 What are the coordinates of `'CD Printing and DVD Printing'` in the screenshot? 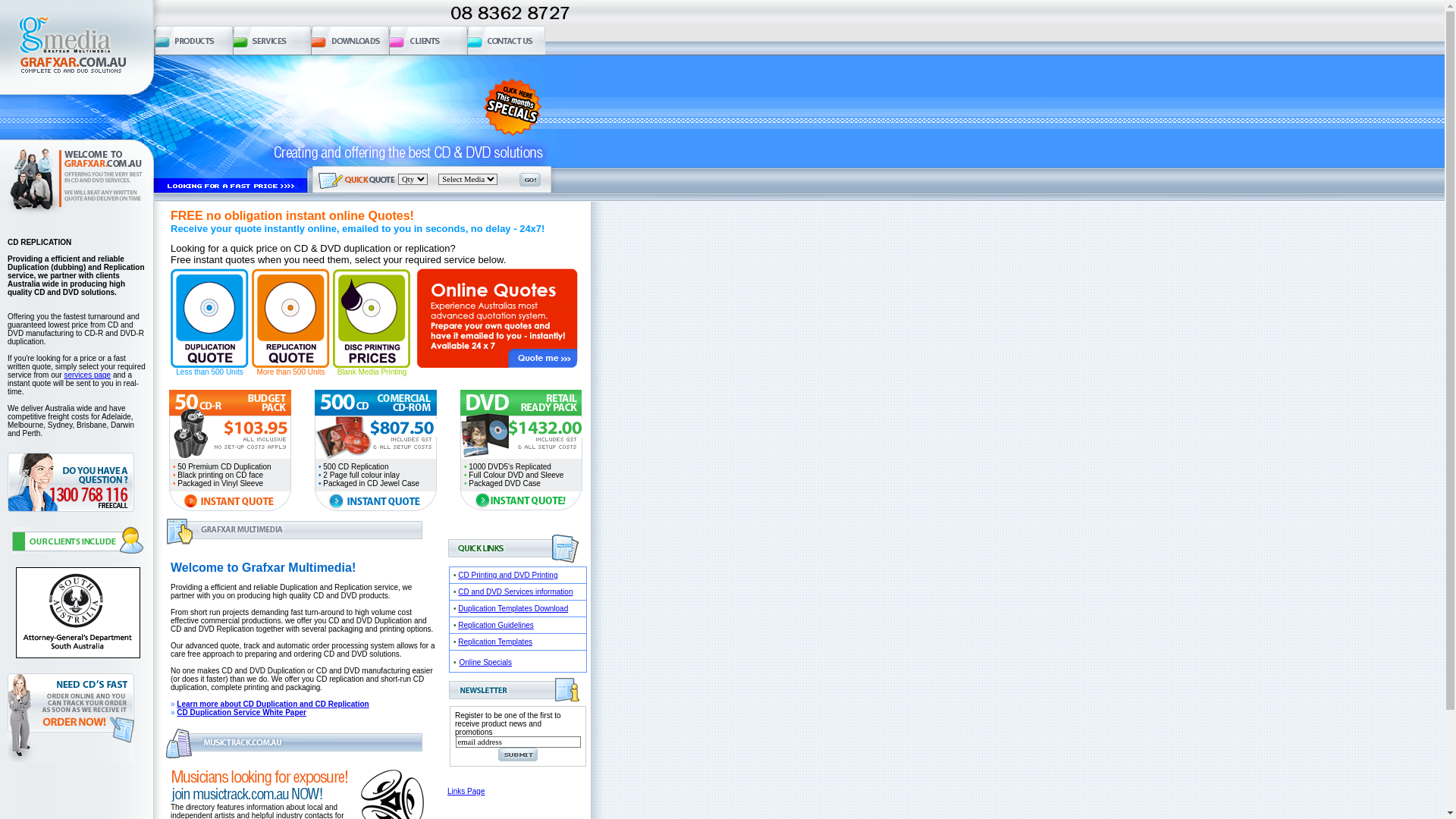 It's located at (507, 575).